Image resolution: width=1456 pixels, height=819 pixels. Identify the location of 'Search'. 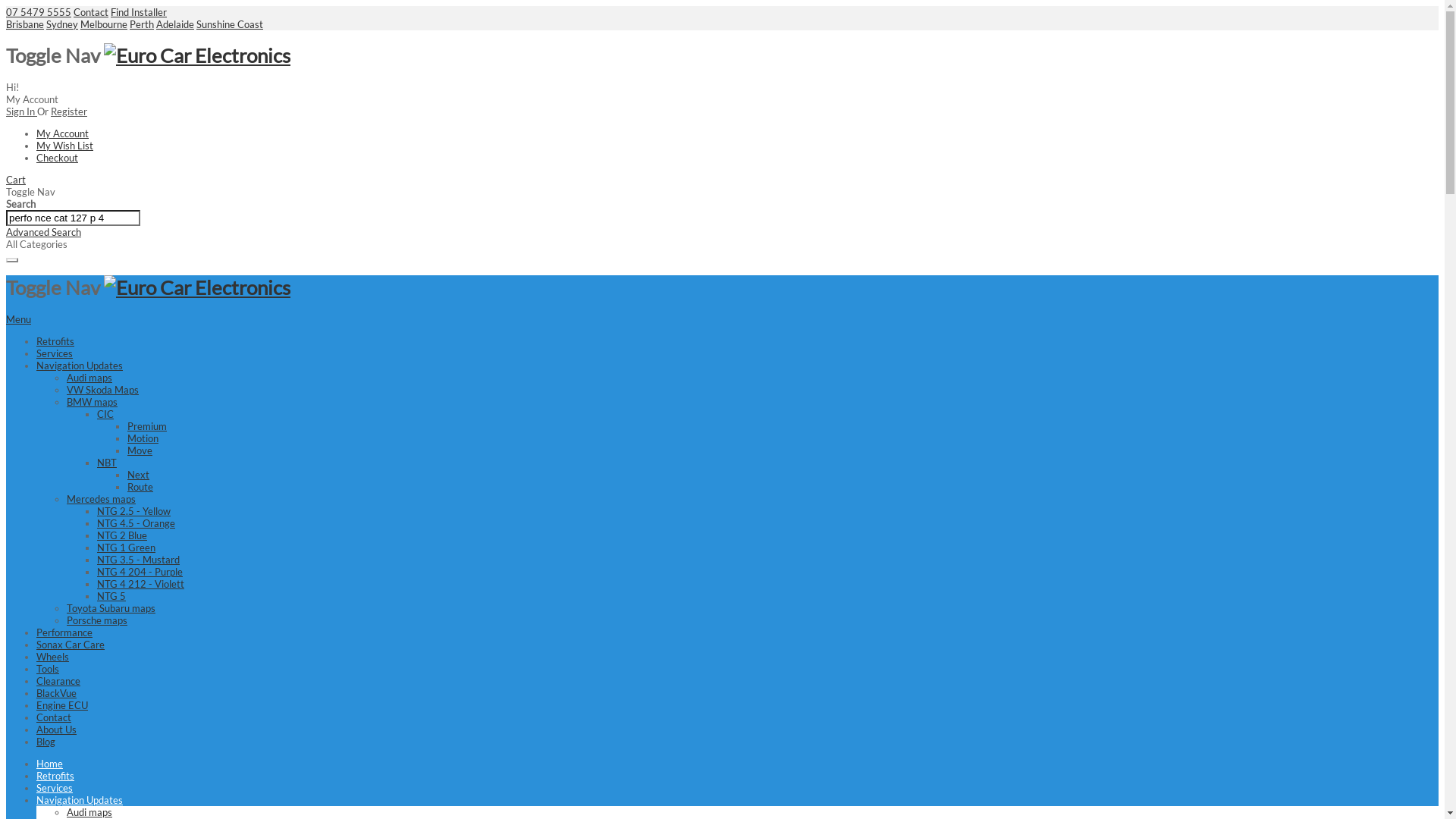
(6, 259).